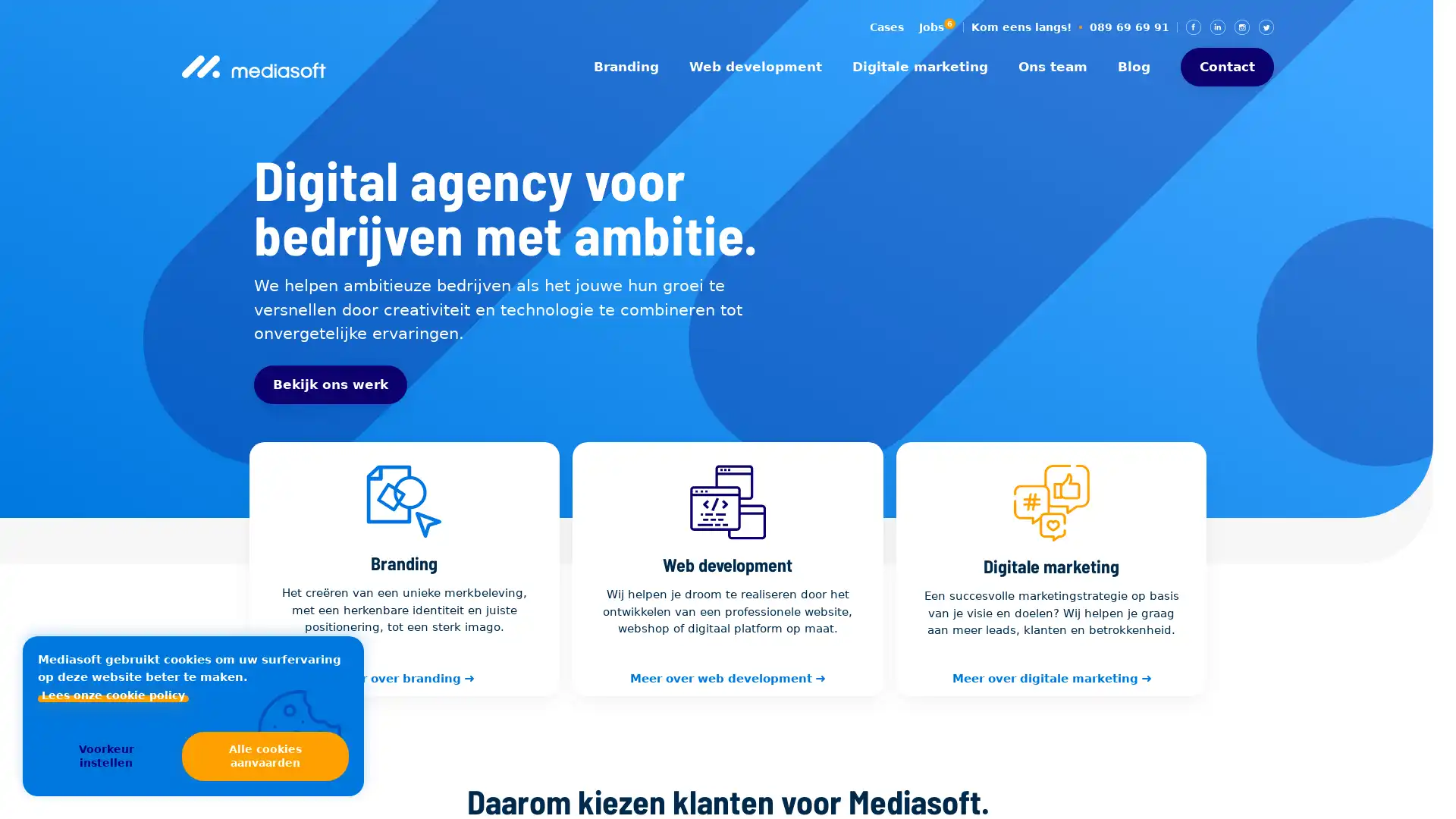  I want to click on Voorkeur instellen, so click(105, 756).